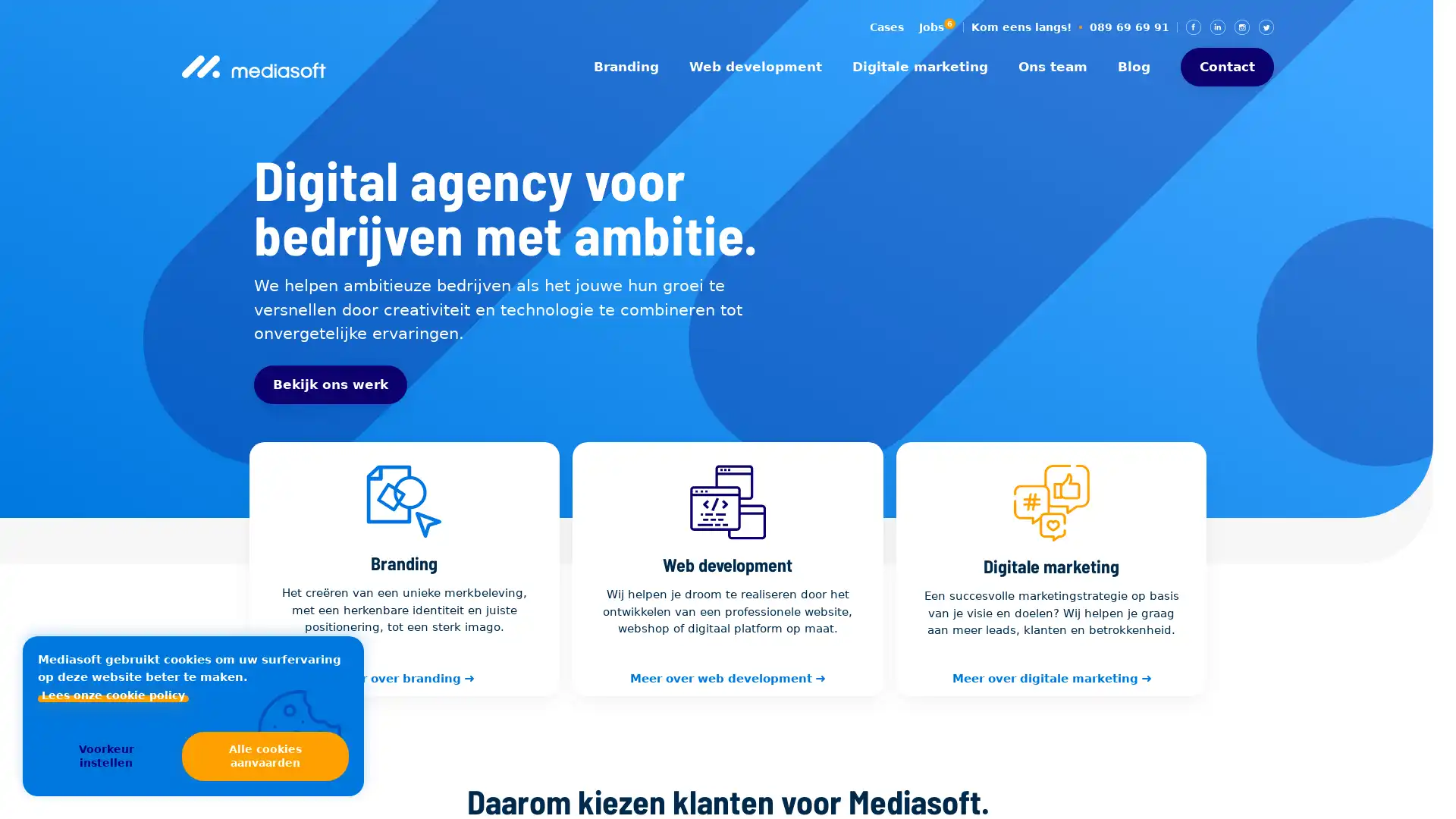  I want to click on Voorkeur instellen, so click(105, 756).